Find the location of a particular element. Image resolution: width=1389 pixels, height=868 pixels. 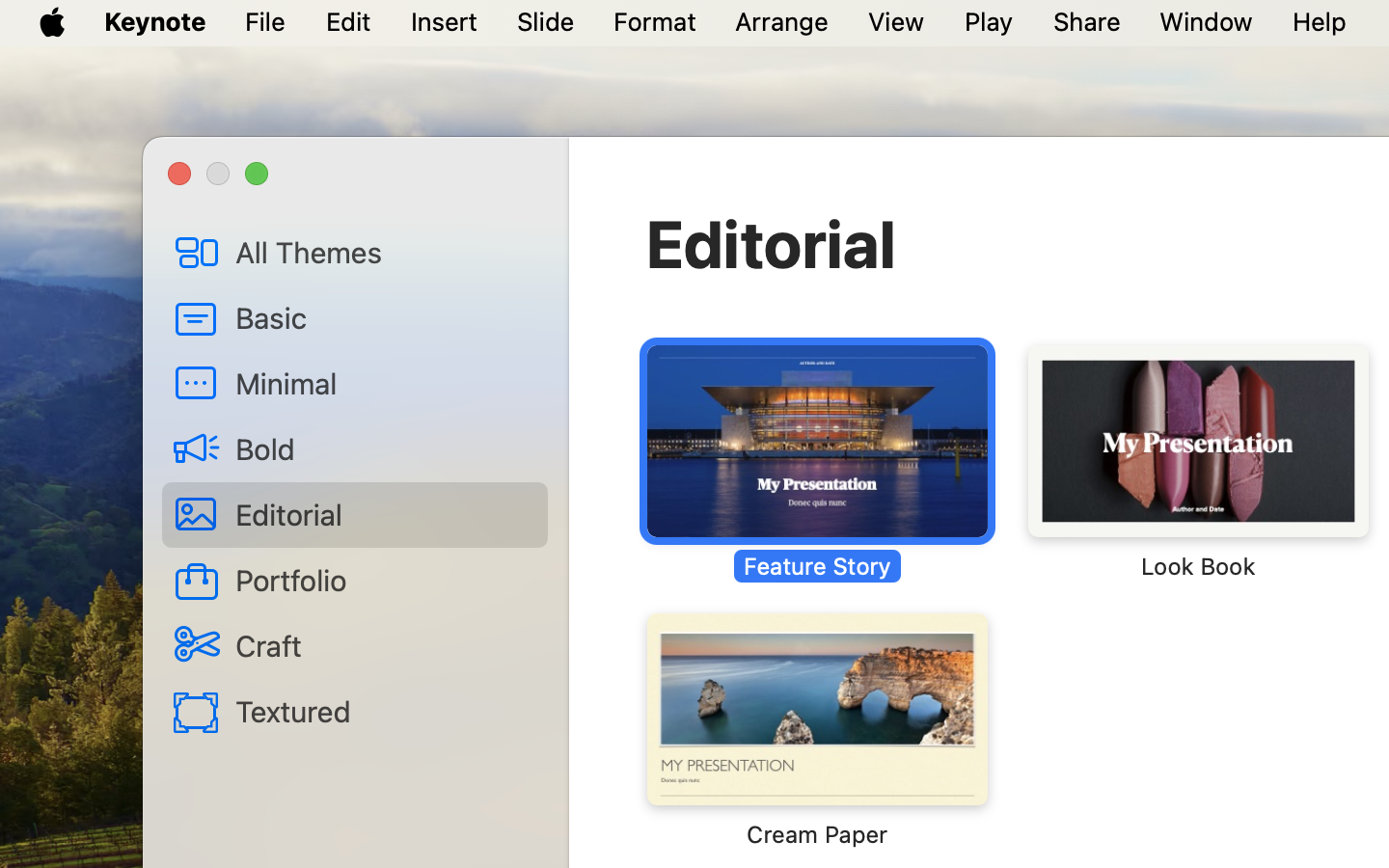

'Basic' is located at coordinates (383, 316).